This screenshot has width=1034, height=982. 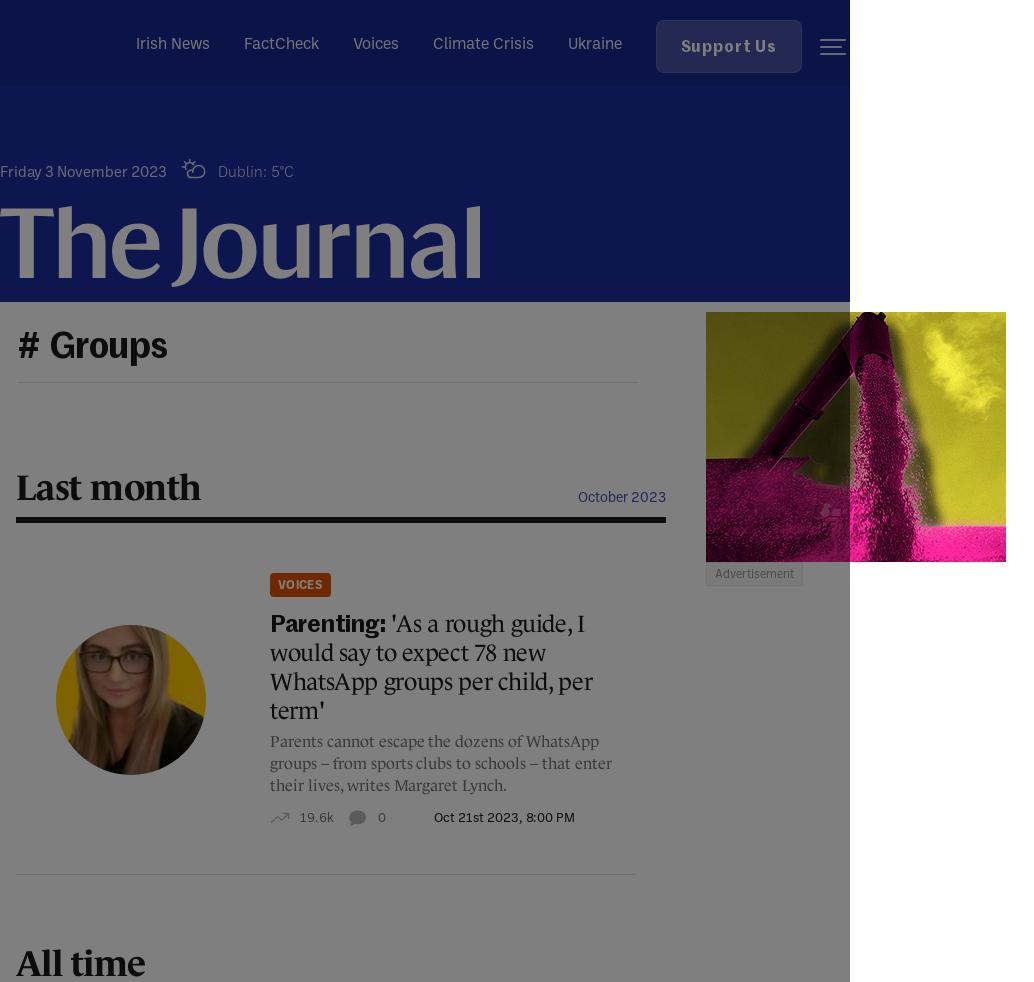 What do you see at coordinates (279, 41) in the screenshot?
I see `'FactCheck'` at bounding box center [279, 41].